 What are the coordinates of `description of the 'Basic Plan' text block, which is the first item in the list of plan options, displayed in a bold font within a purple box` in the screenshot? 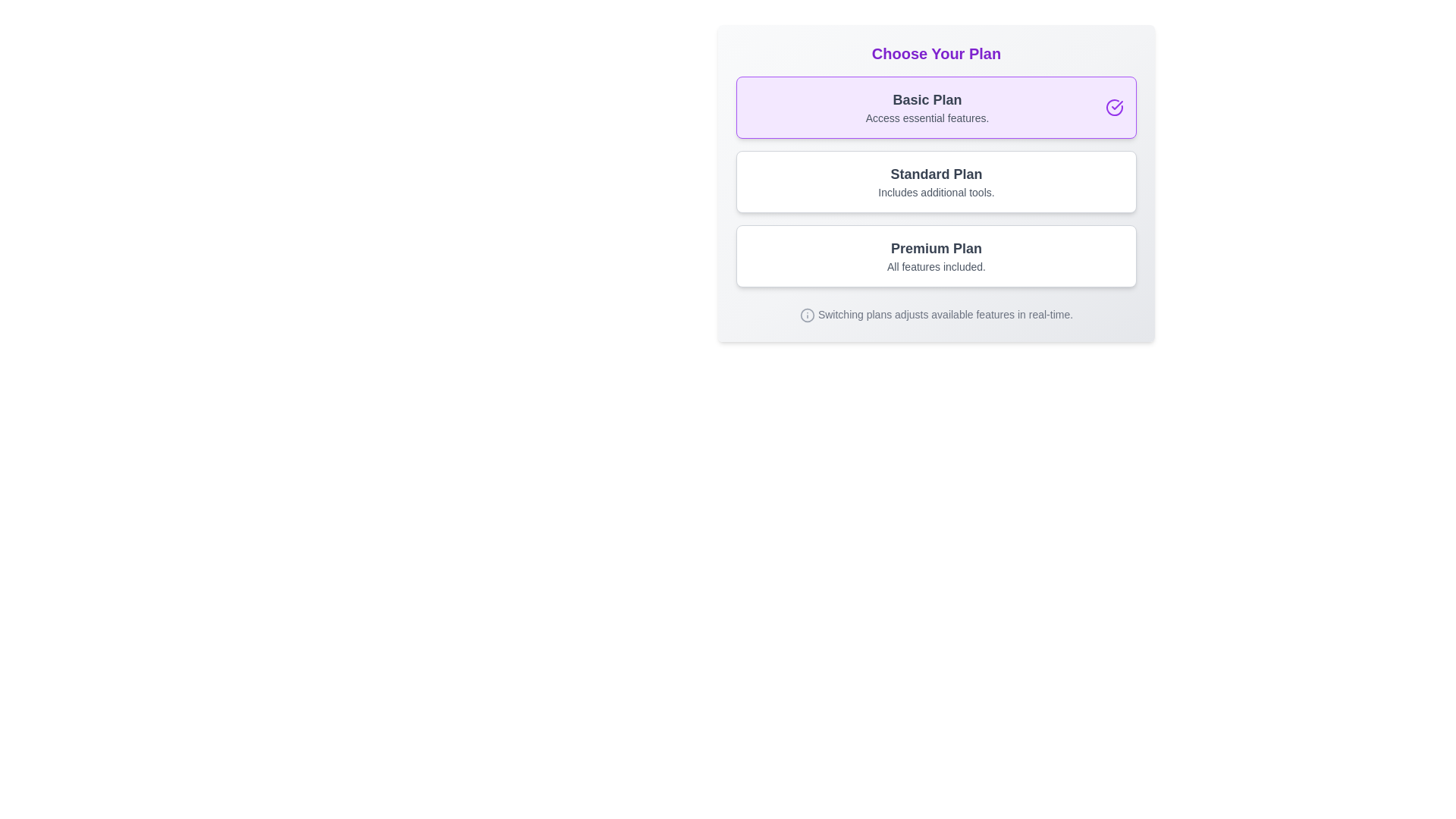 It's located at (927, 107).